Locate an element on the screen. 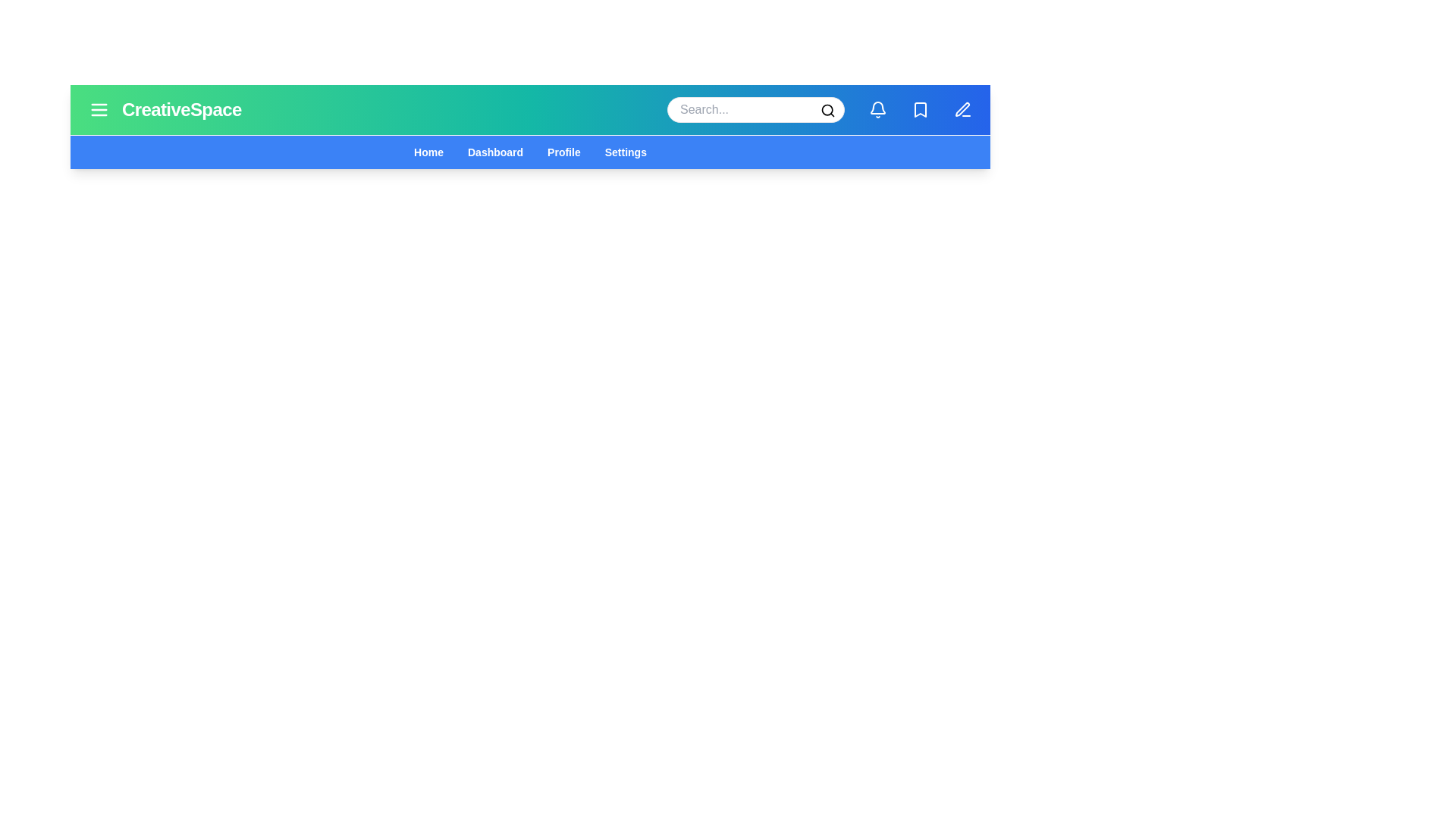  the navigation menu item Profile is located at coordinates (563, 152).